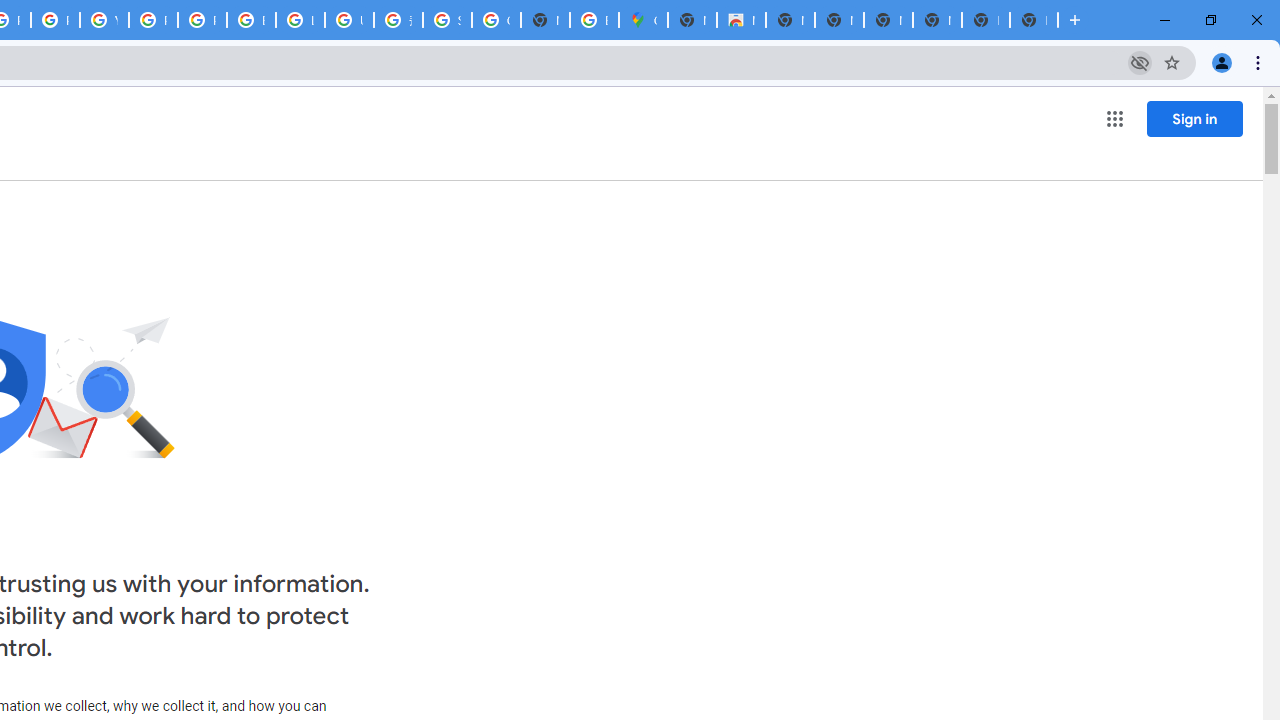 The height and width of the screenshot is (720, 1280). Describe the element at coordinates (593, 20) in the screenshot. I see `'Explore new street-level details - Google Maps Help'` at that location.